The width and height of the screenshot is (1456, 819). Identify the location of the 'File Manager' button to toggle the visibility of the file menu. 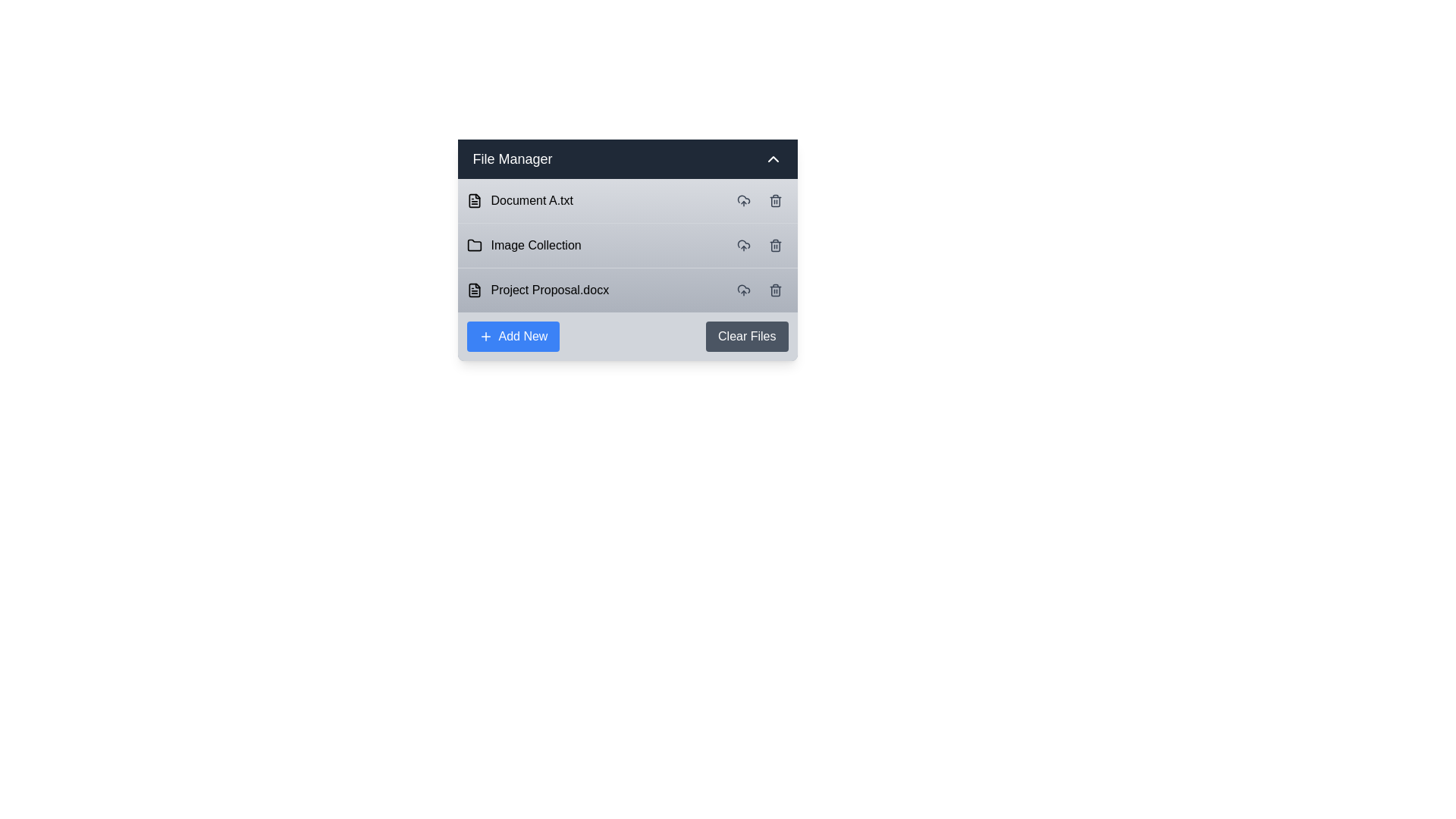
(627, 158).